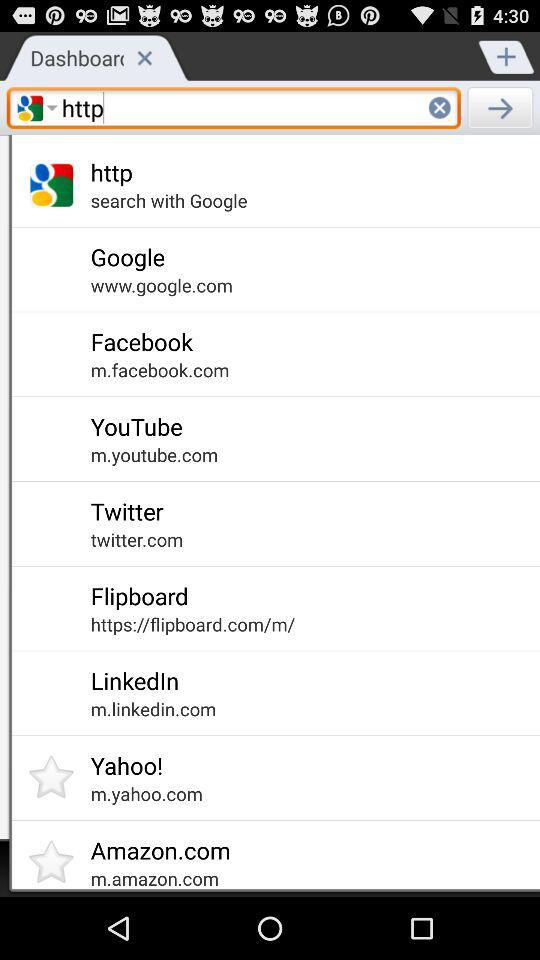  Describe the element at coordinates (499, 115) in the screenshot. I see `the arrow_forward icon` at that location.